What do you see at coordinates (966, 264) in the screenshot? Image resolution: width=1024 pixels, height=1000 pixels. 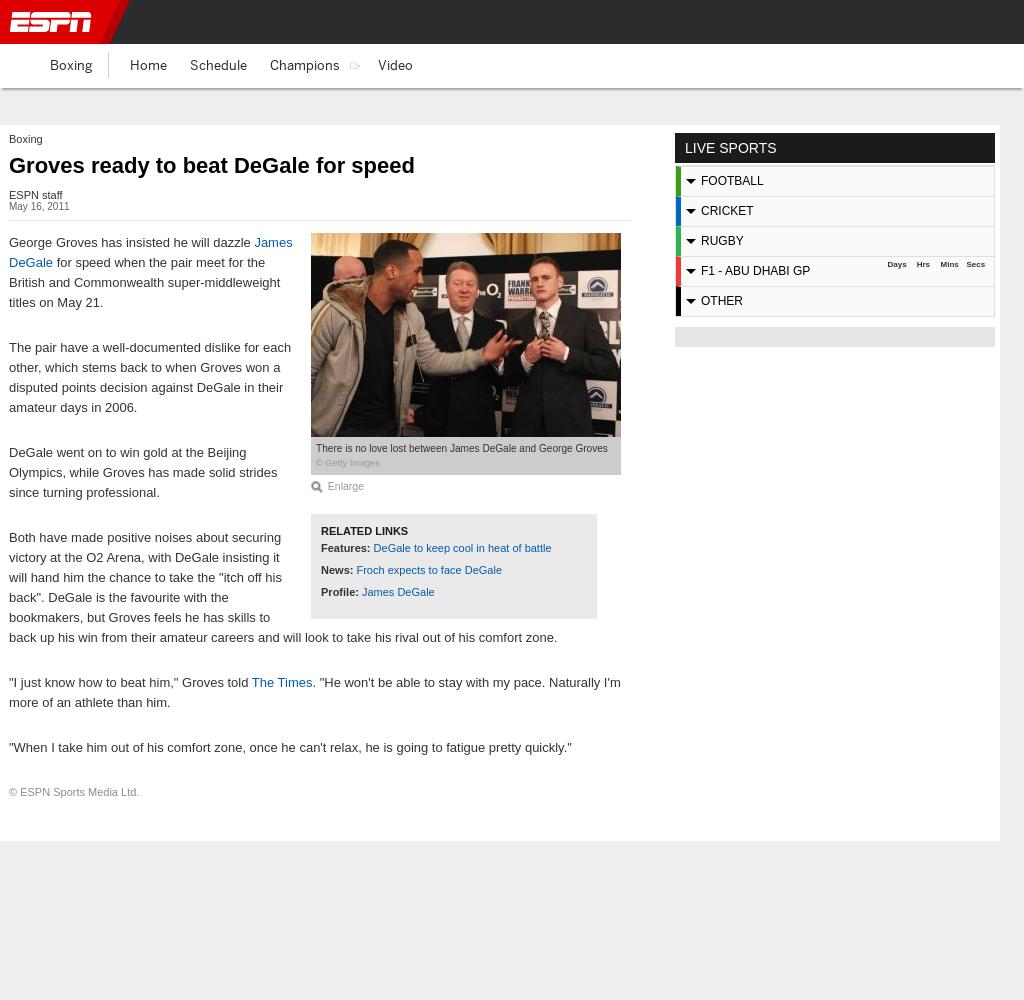 I see `'Secs'` at bounding box center [966, 264].